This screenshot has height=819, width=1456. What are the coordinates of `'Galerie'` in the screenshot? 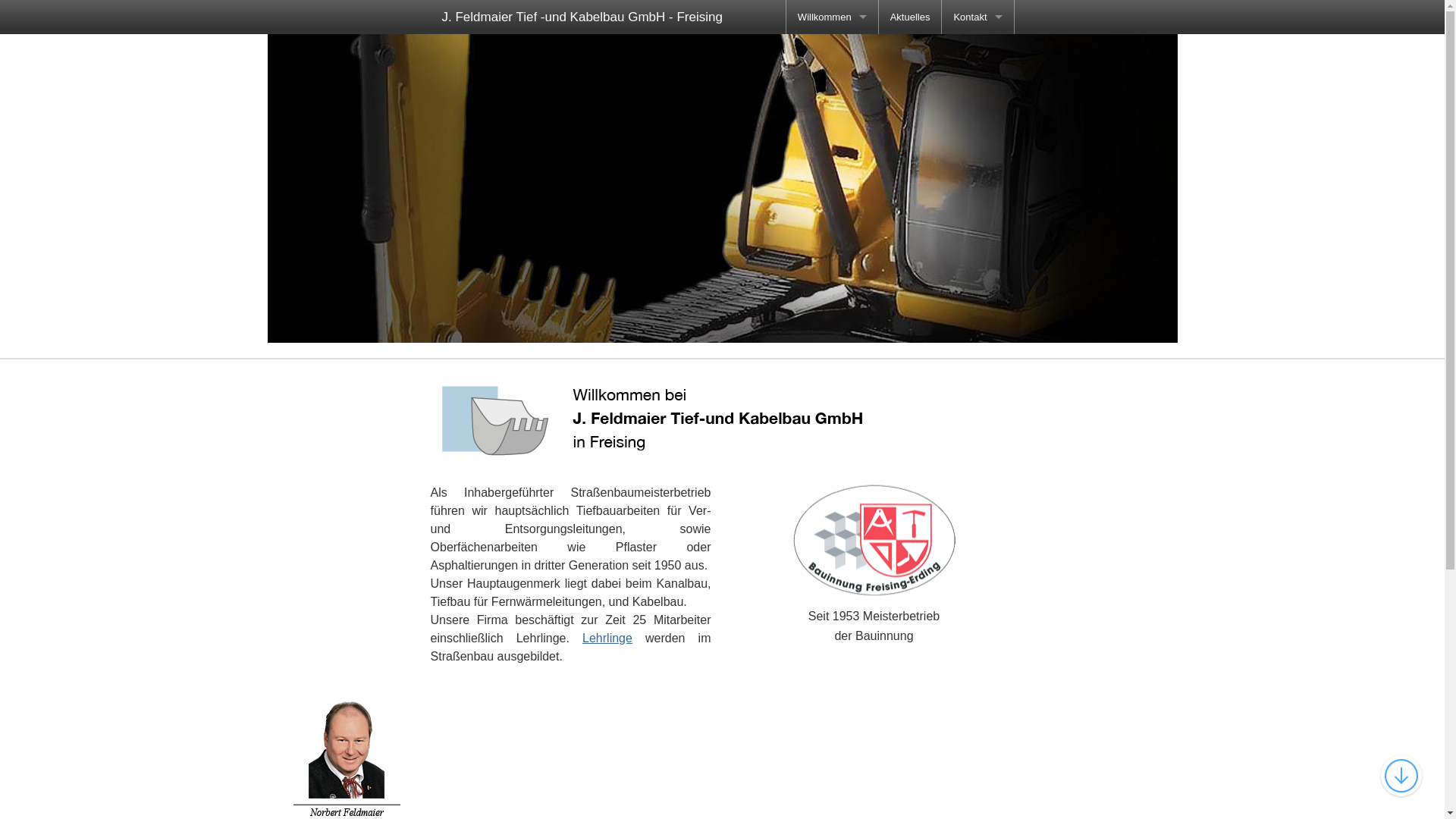 It's located at (831, 118).